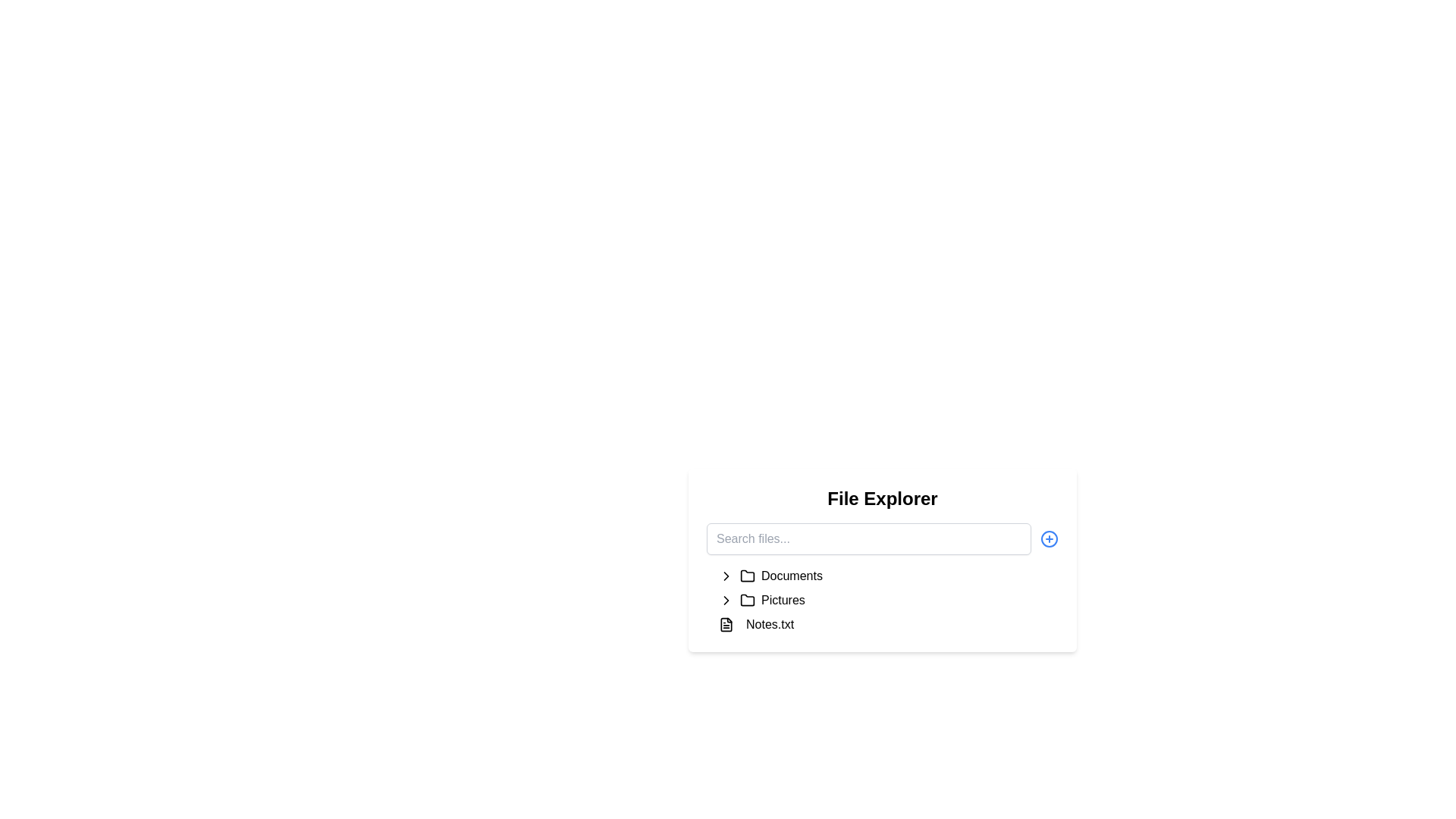  Describe the element at coordinates (726, 625) in the screenshot. I see `the text file icon that visually represents a text file` at that location.